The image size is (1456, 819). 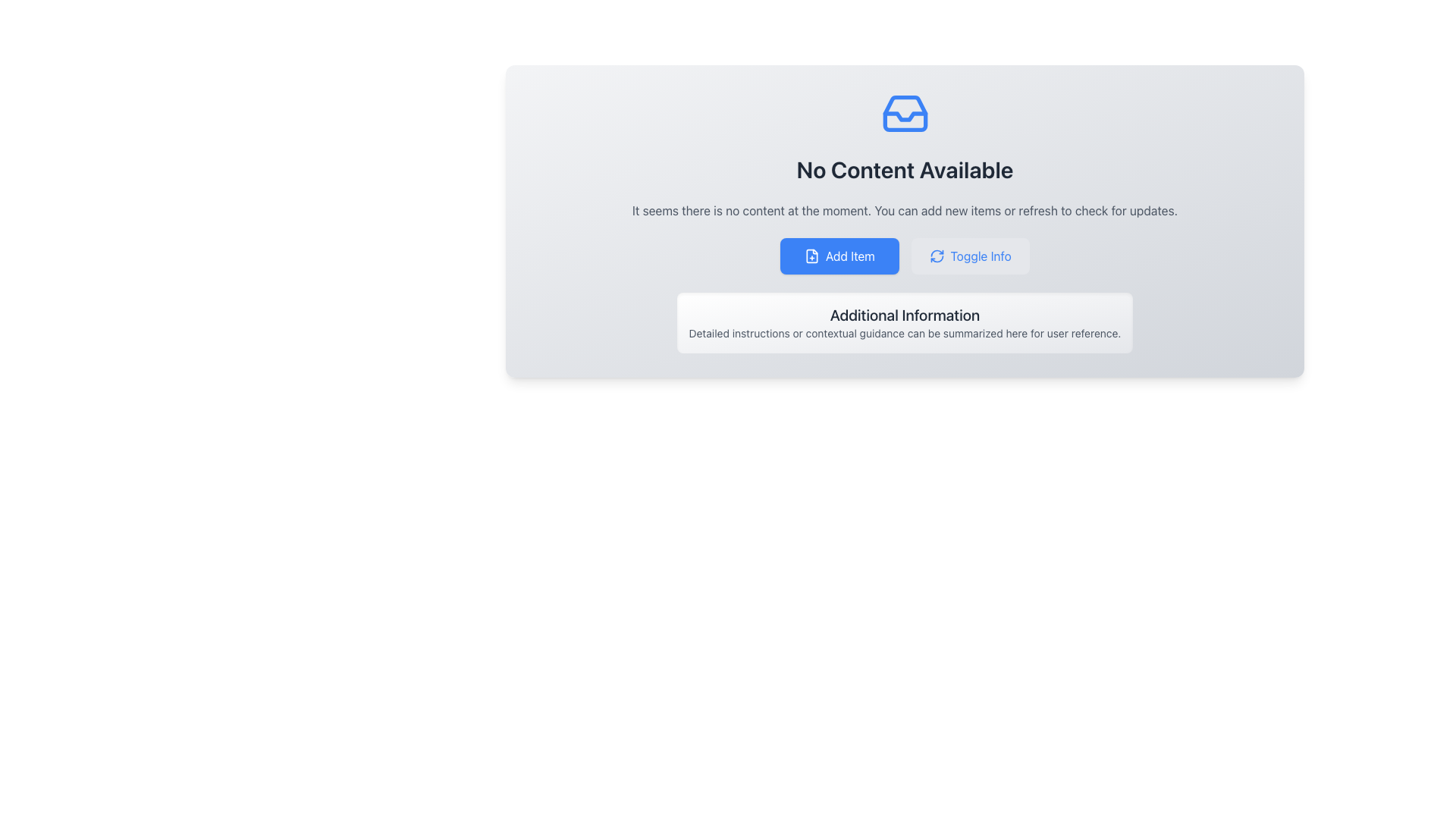 I want to click on the blue inbox icon that is centrally positioned above the 'No Content Available' text within the informational panel, so click(x=905, y=113).